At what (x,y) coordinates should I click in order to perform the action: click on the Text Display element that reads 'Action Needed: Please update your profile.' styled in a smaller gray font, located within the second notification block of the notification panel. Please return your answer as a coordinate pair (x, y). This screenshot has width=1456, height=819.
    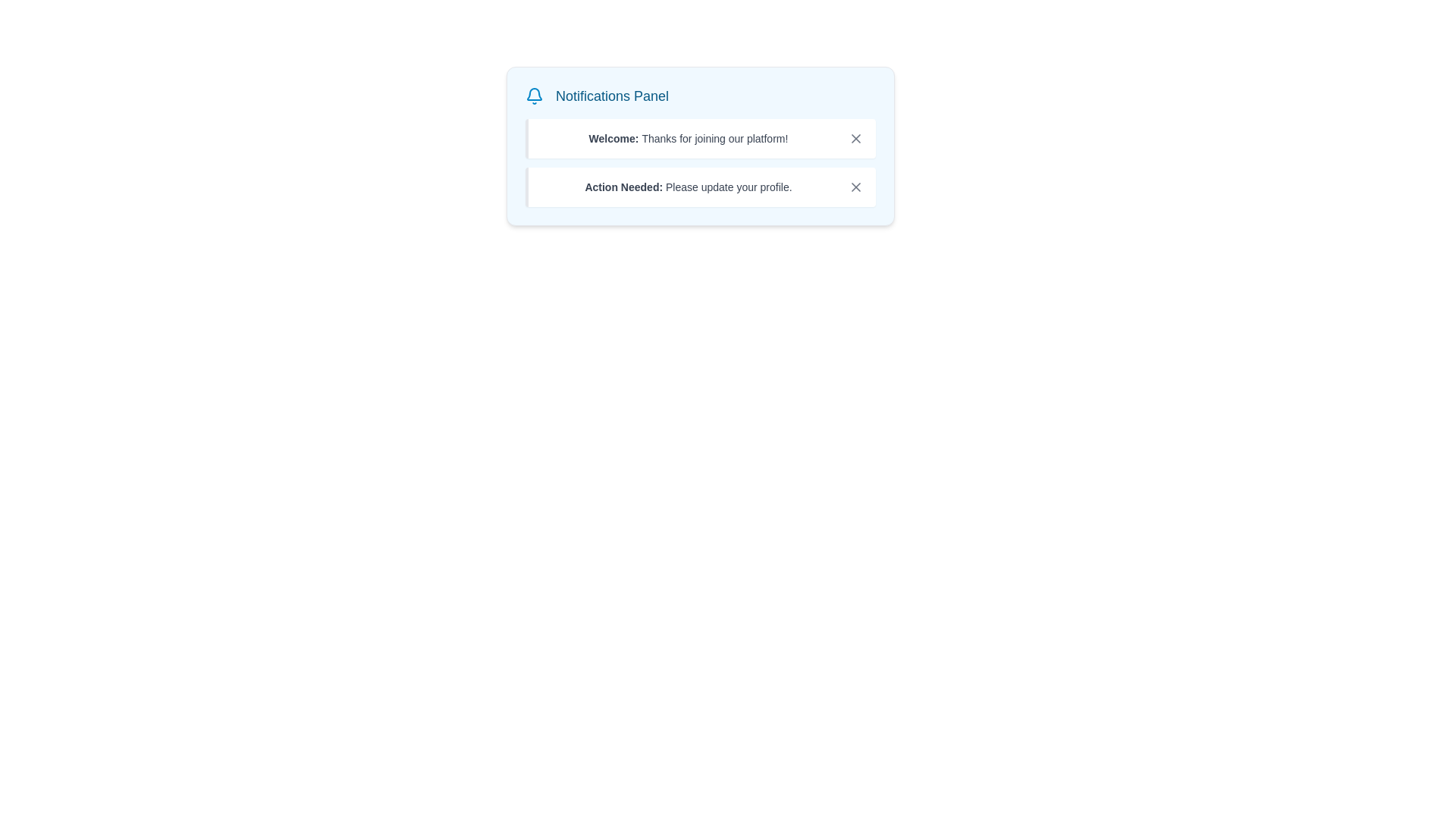
    Looking at the image, I should click on (687, 186).